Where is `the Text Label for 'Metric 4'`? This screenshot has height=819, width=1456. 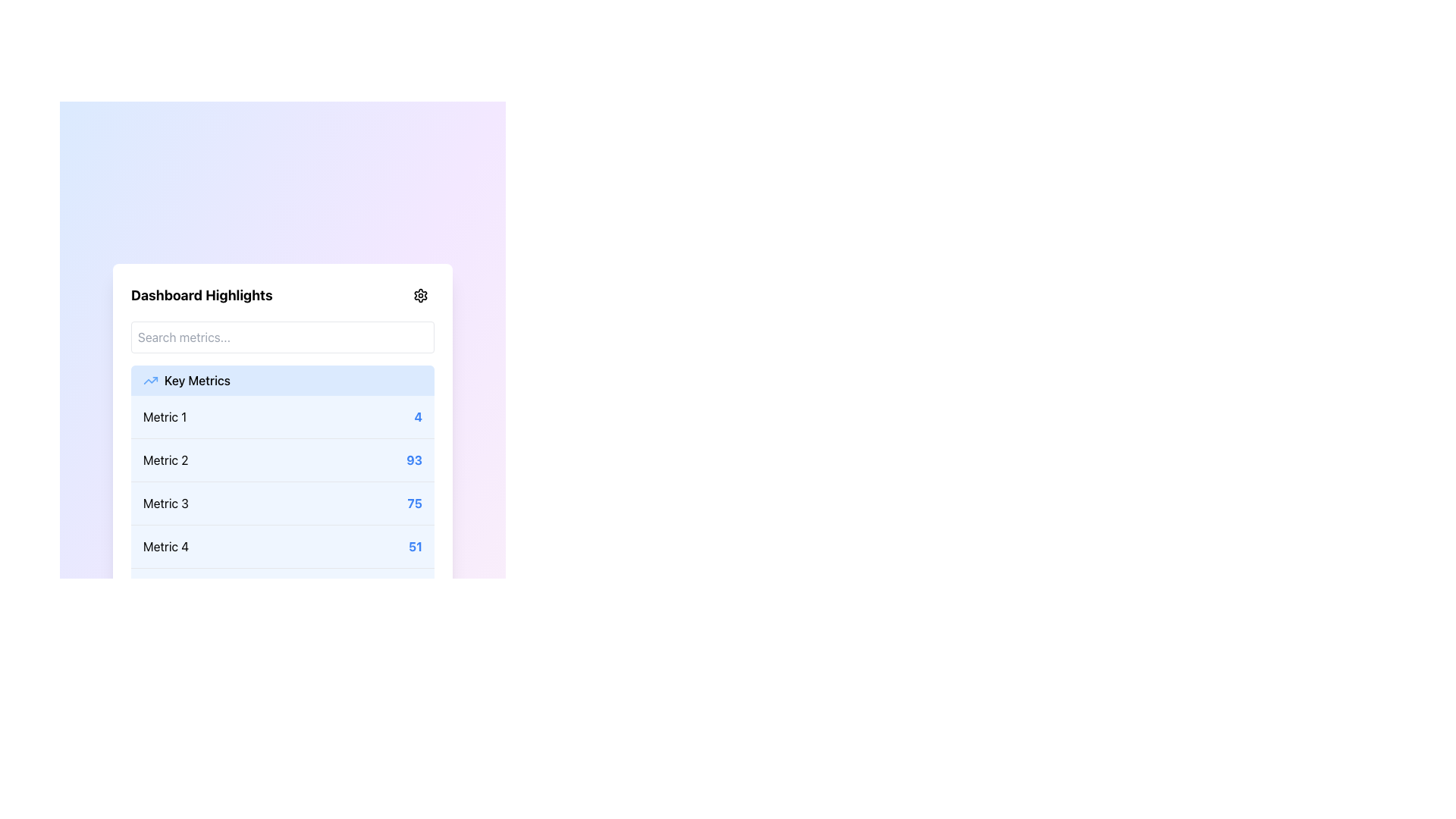 the Text Label for 'Metric 4' is located at coordinates (166, 547).